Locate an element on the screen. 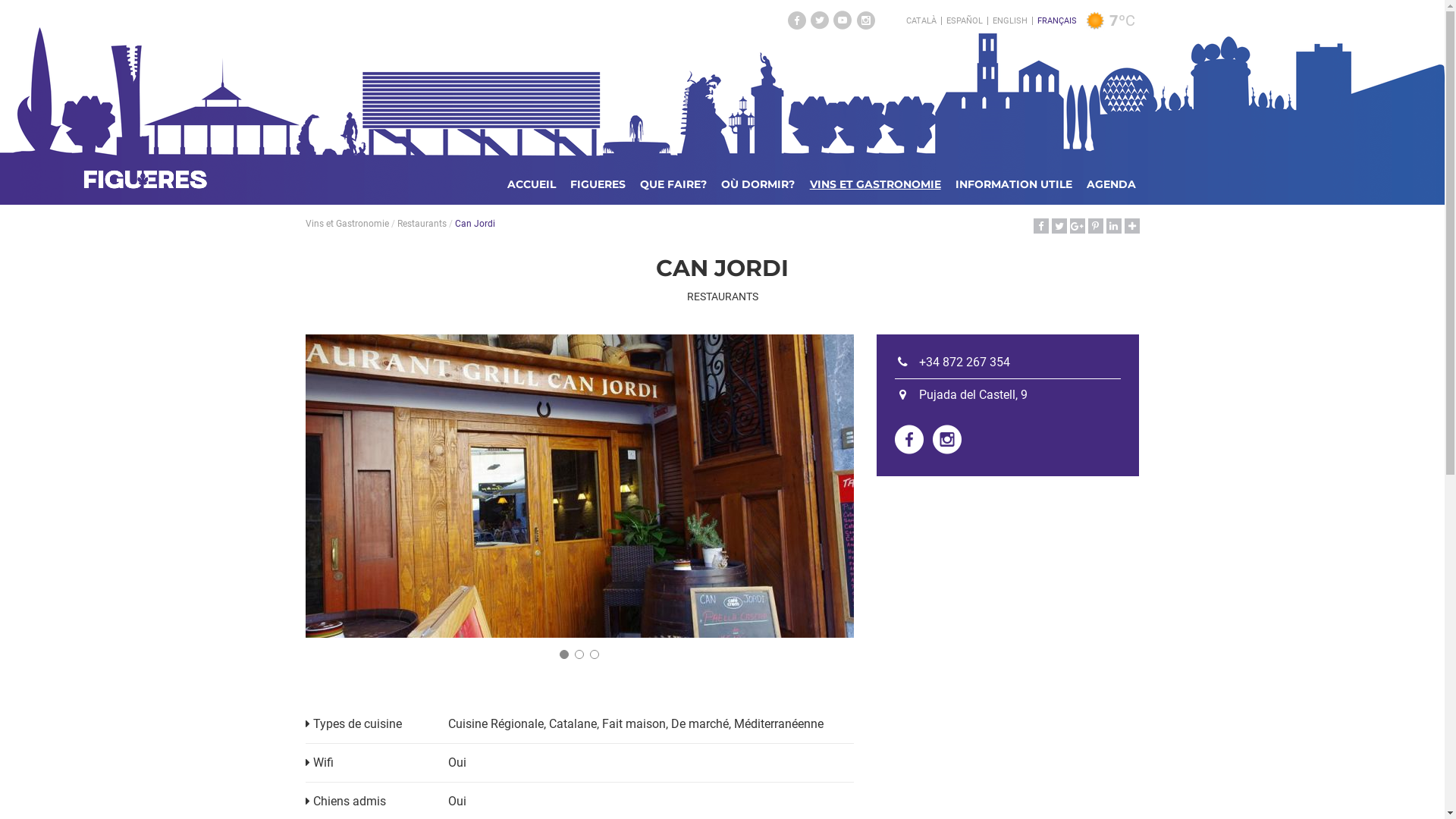  '2' is located at coordinates (578, 654).